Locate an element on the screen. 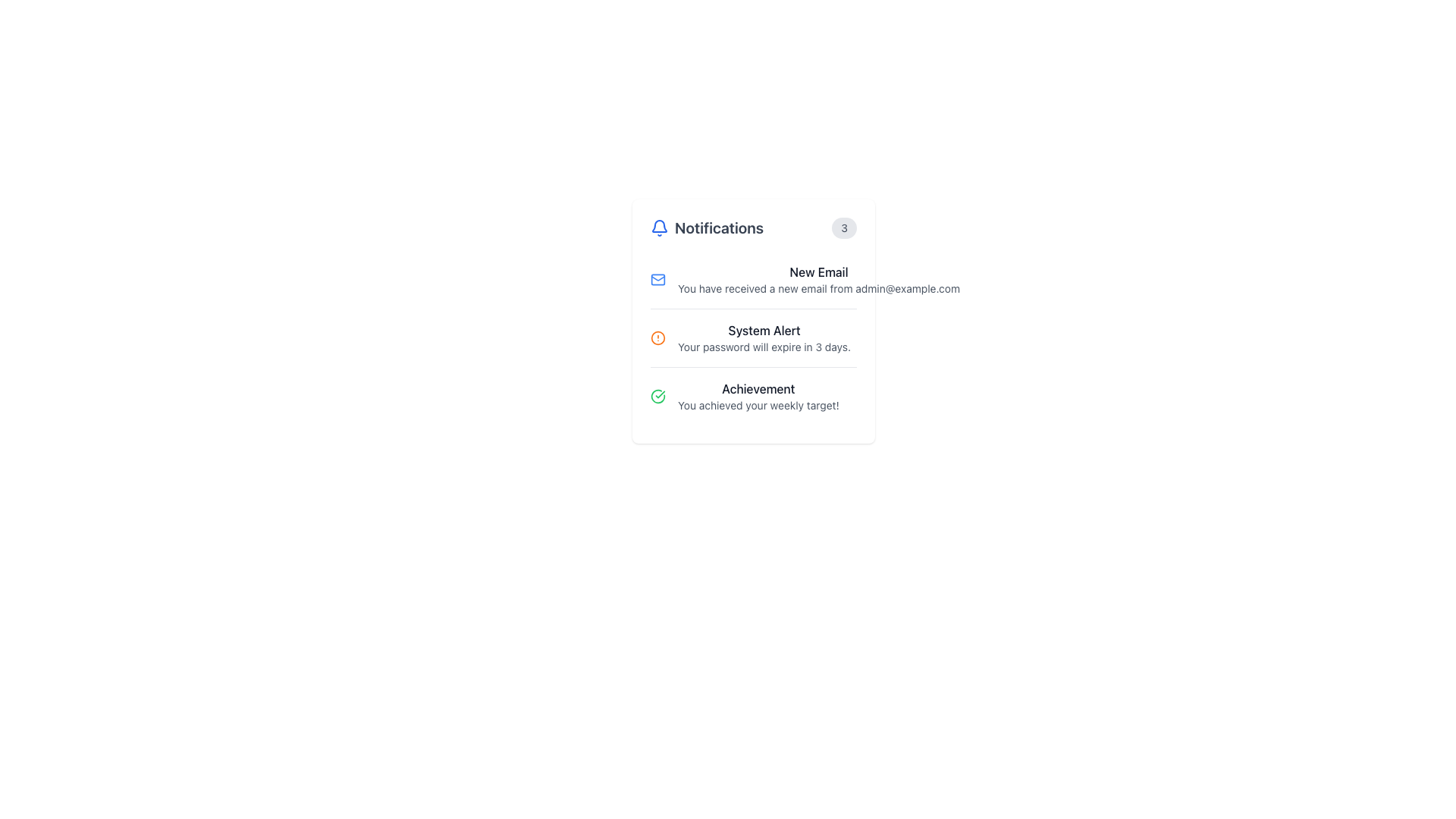  the blue outlined bell icon located to the left of the 'Notifications' text for interaction with notifications is located at coordinates (659, 227).